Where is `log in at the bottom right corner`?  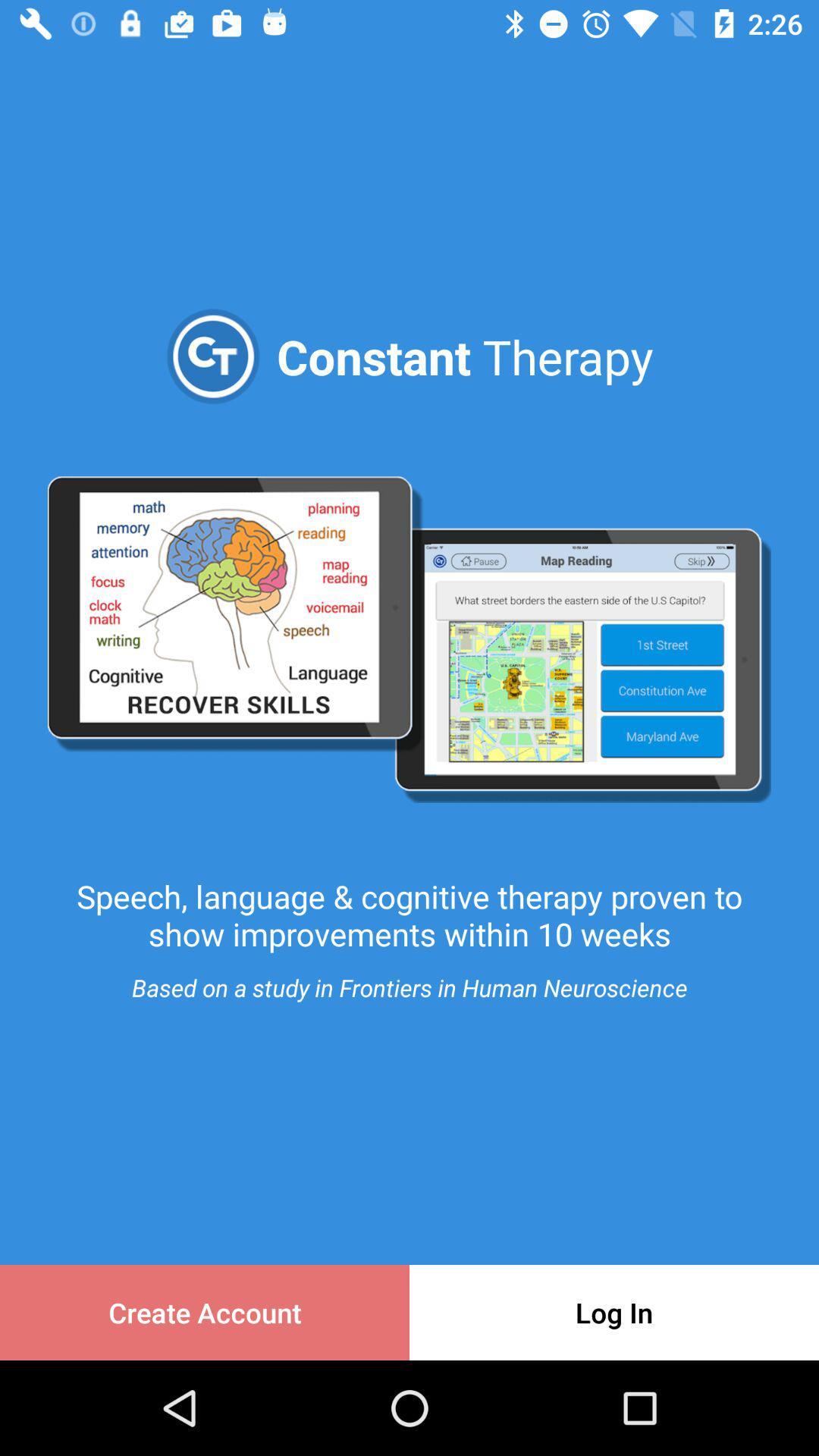 log in at the bottom right corner is located at coordinates (614, 1312).